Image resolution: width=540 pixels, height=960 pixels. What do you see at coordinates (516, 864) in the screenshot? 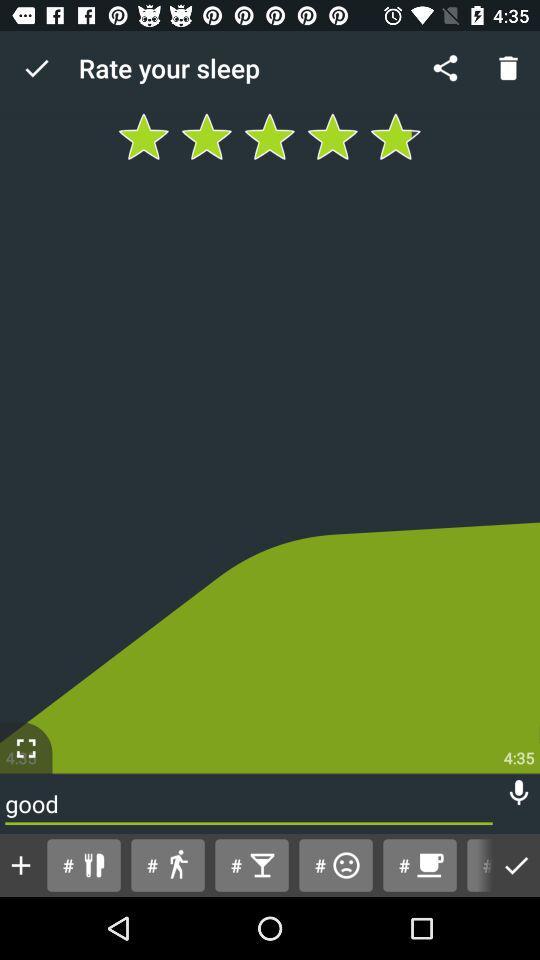
I see `complete` at bounding box center [516, 864].